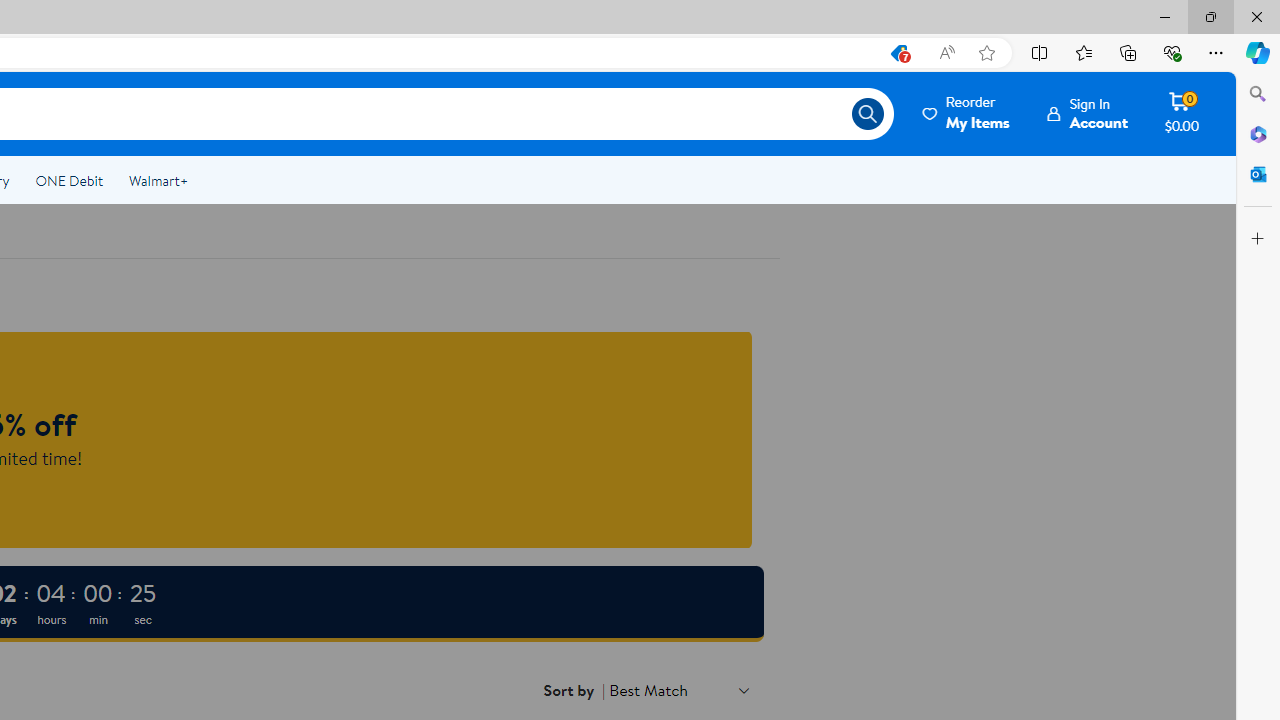  Describe the element at coordinates (743, 689) in the screenshot. I see `'Class: ld ld-ChevronDown pa0 ml6'` at that location.